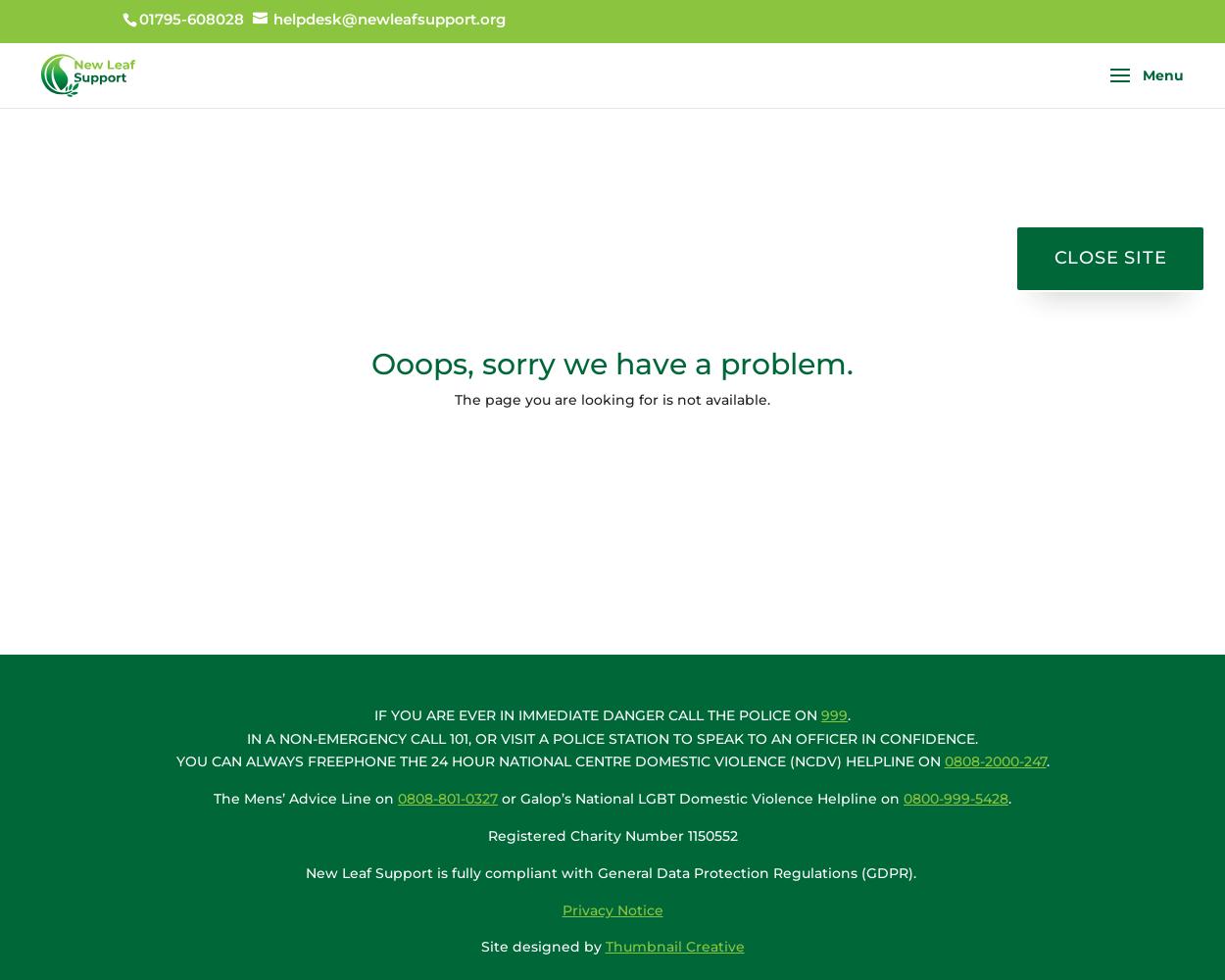 The width and height of the screenshot is (1225, 980). Describe the element at coordinates (611, 872) in the screenshot. I see `'New Leaf Support is fully compliant with General Data Protection Regulations (GDPR).'` at that location.